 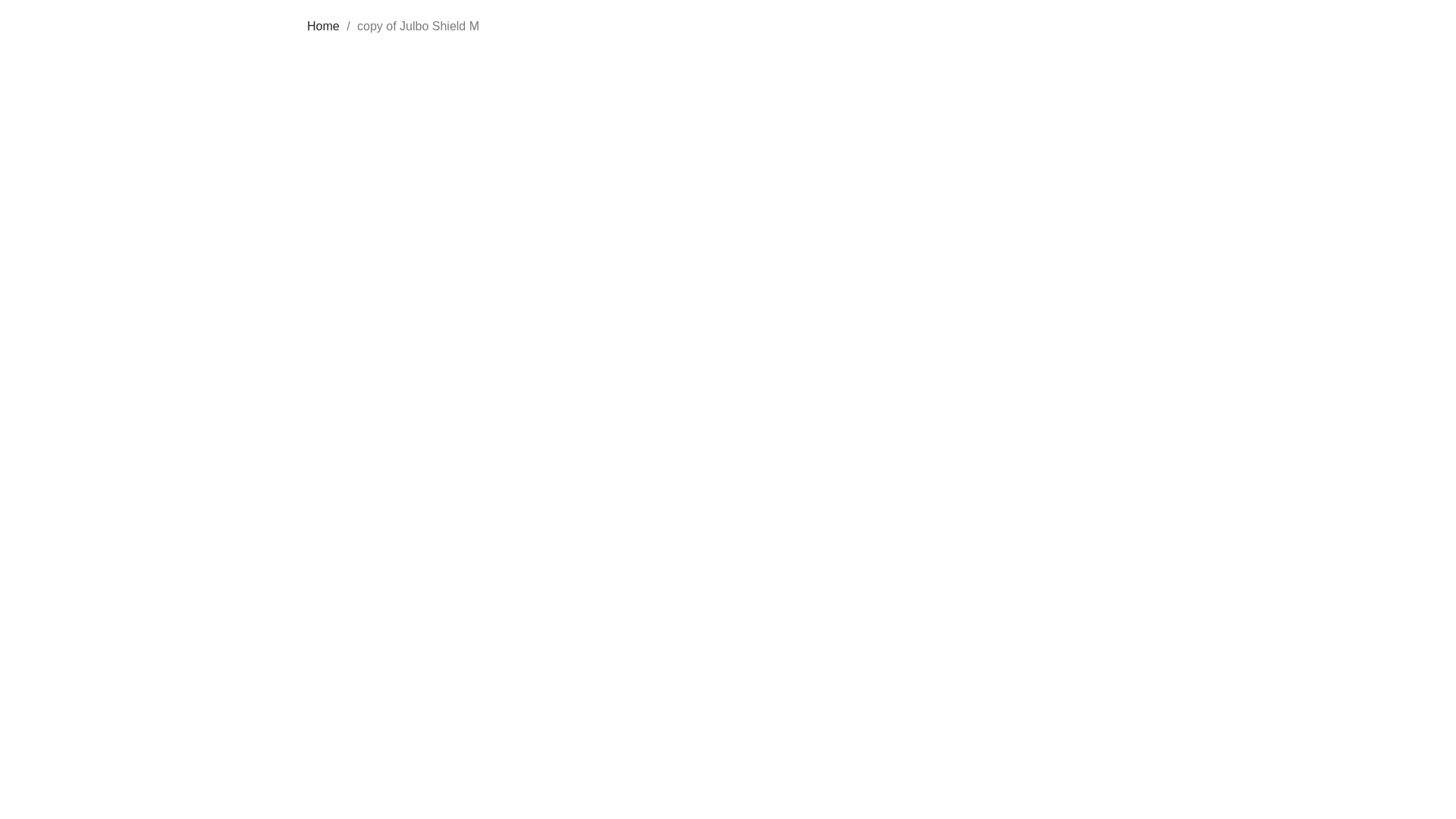 I want to click on 'Home', so click(x=322, y=26).